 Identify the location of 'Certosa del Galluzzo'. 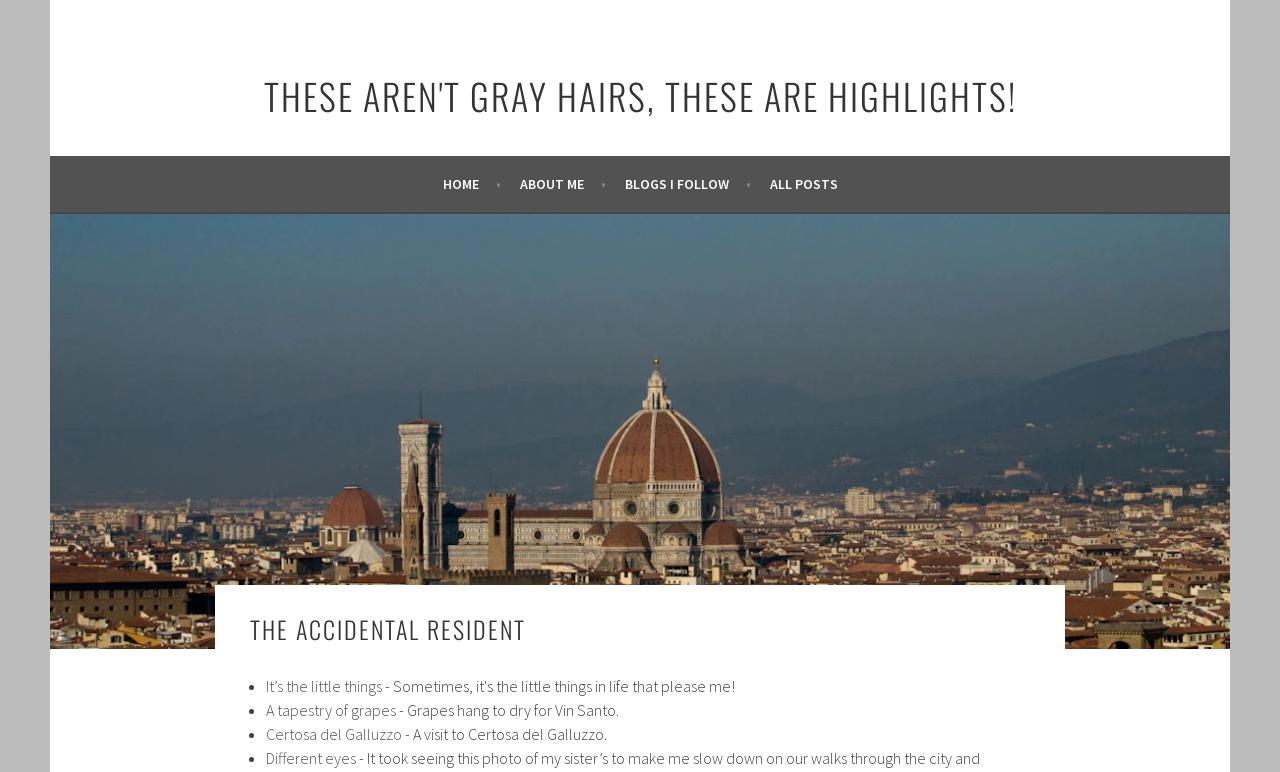
(264, 733).